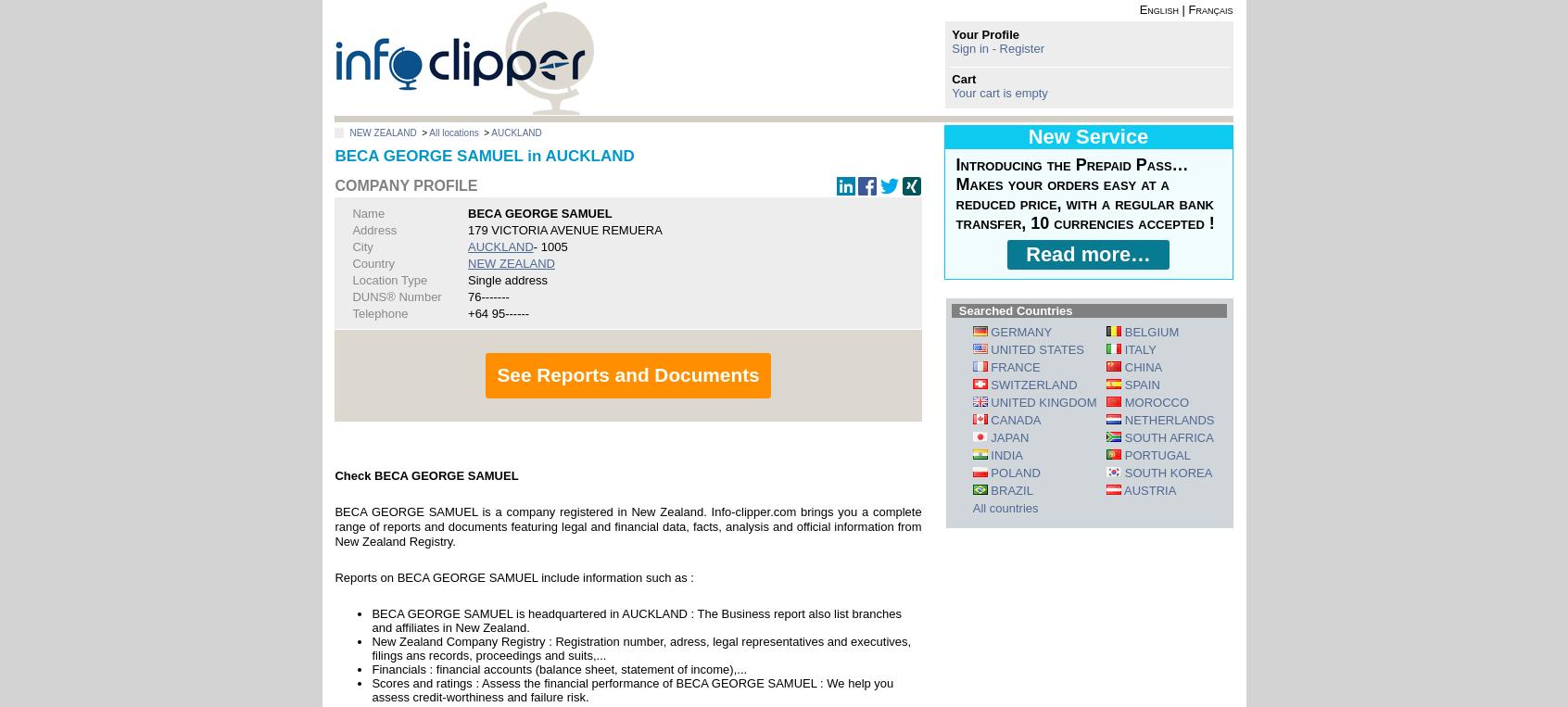 Image resolution: width=1568 pixels, height=707 pixels. I want to click on 'BECA GEORGE SAMUEL is headquartered in AUCKLAND : The Business report also list branches and affiliates in New Zealand.', so click(636, 618).